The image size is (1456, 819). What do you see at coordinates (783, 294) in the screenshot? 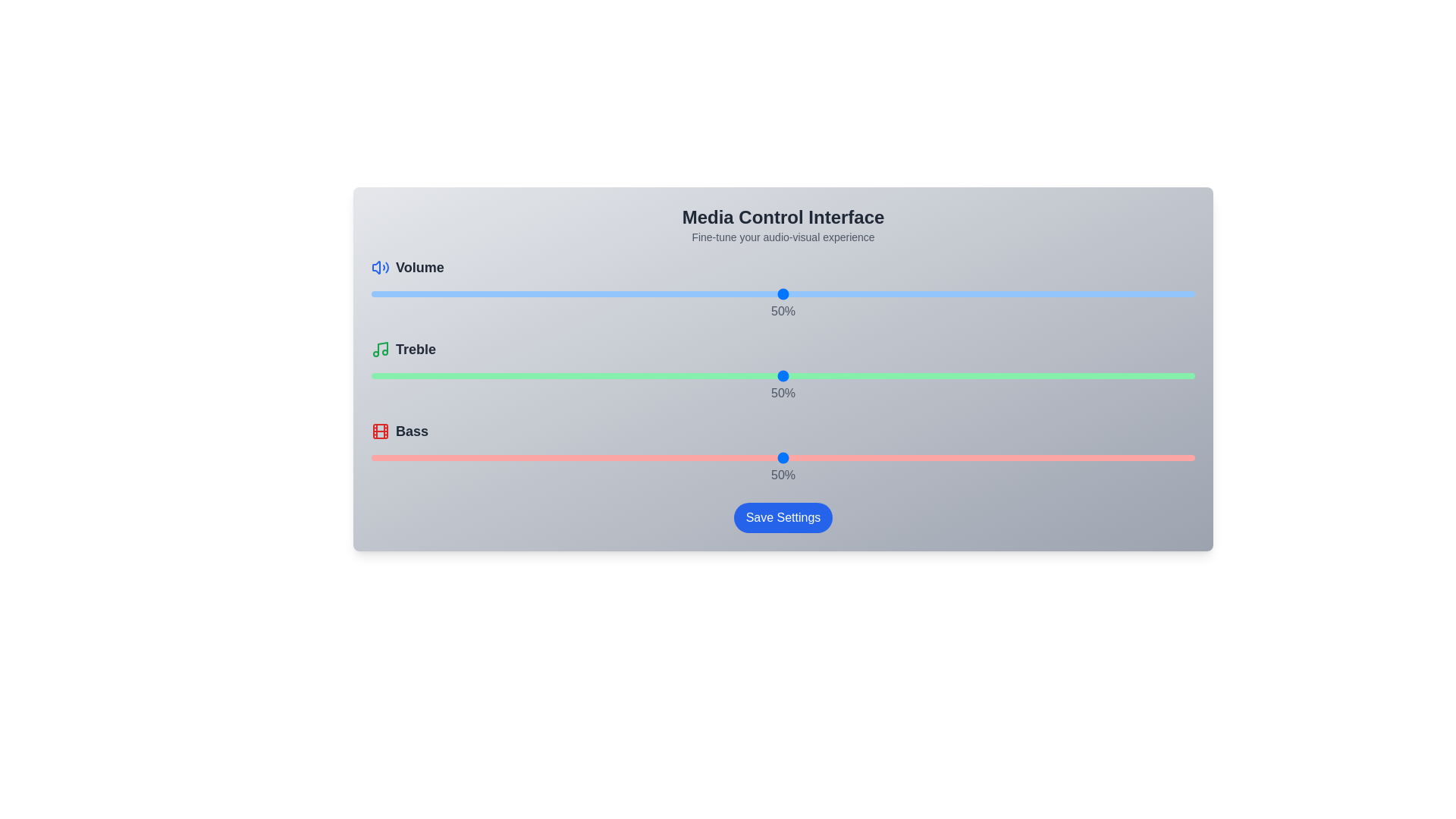
I see `the volume slider handle` at bounding box center [783, 294].